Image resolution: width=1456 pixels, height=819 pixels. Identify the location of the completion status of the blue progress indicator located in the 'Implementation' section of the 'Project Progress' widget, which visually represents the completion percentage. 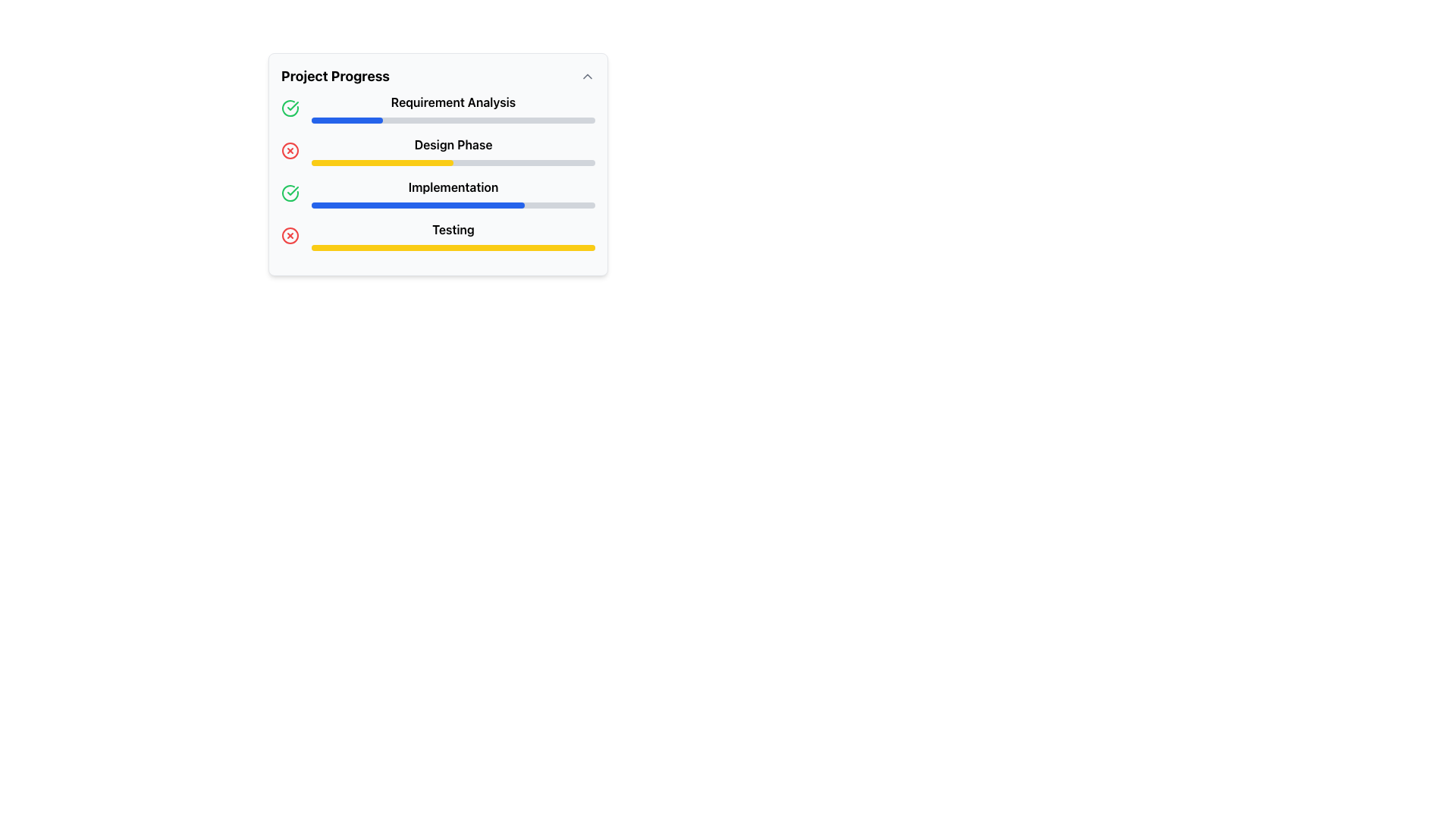
(418, 205).